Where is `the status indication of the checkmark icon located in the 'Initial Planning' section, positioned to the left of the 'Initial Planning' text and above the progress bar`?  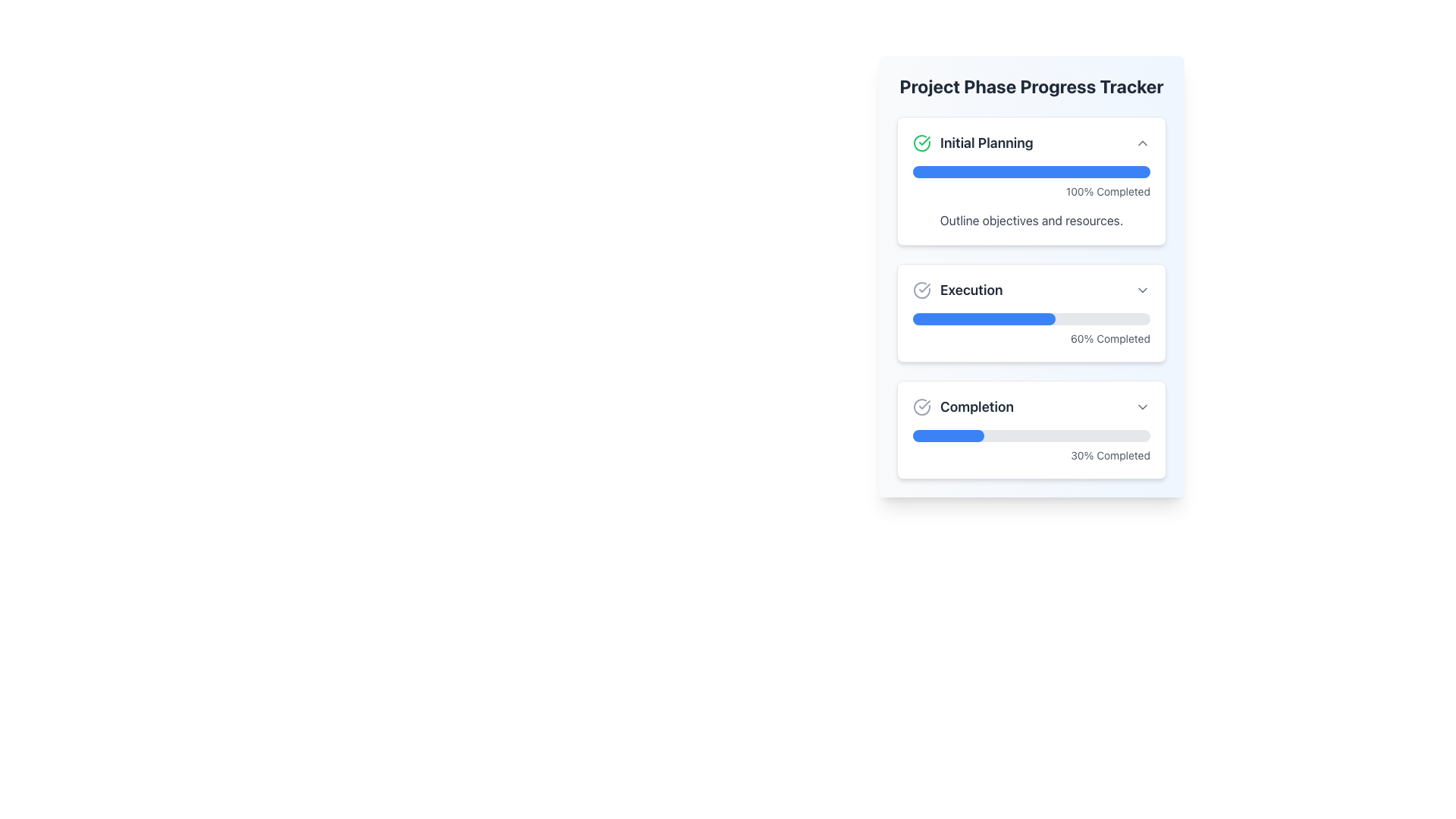
the status indication of the checkmark icon located in the 'Initial Planning' section, positioned to the left of the 'Initial Planning' text and above the progress bar is located at coordinates (924, 288).